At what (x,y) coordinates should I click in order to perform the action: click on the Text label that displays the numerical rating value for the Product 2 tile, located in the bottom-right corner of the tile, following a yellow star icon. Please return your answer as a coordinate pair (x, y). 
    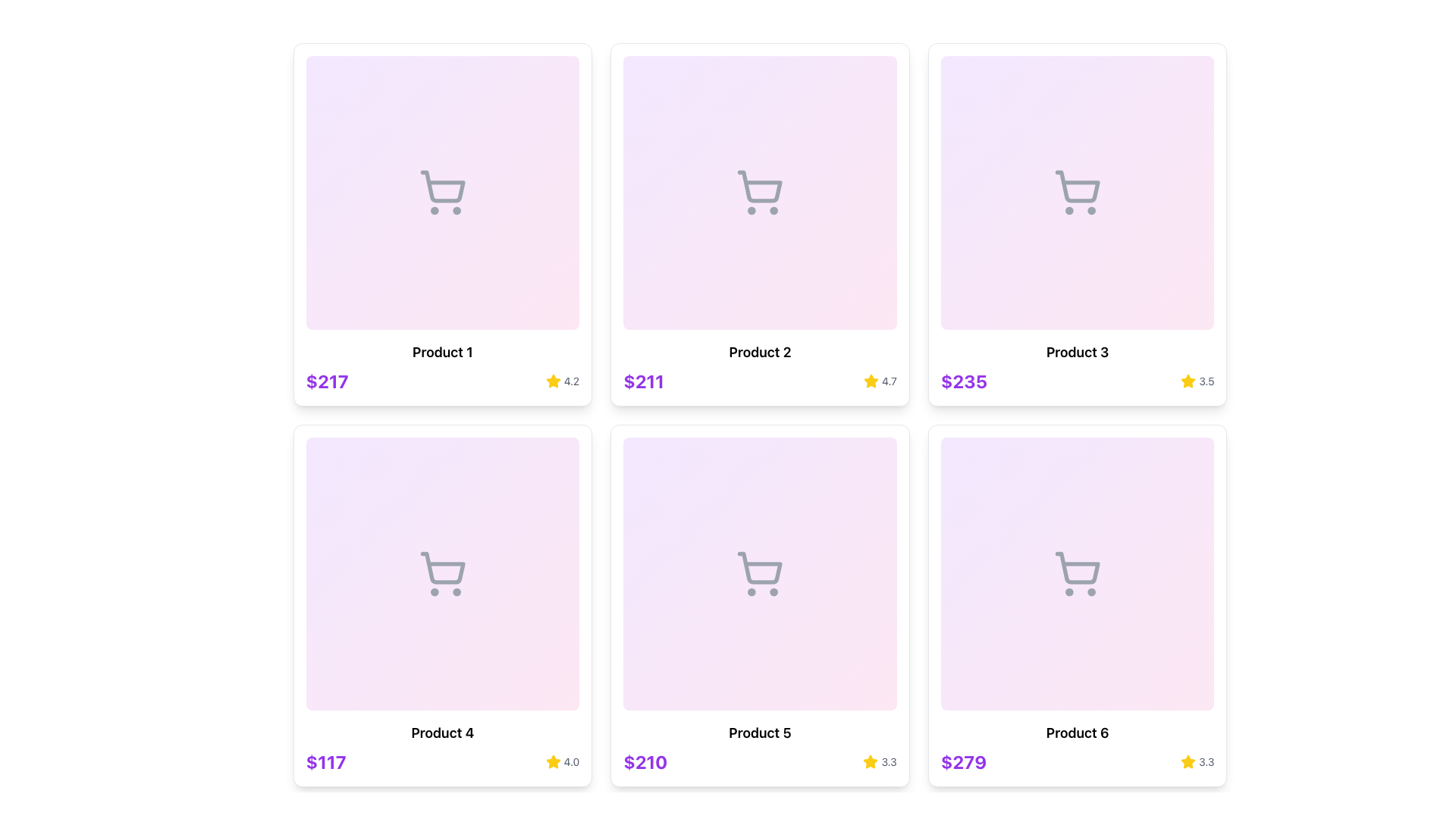
    Looking at the image, I should click on (889, 380).